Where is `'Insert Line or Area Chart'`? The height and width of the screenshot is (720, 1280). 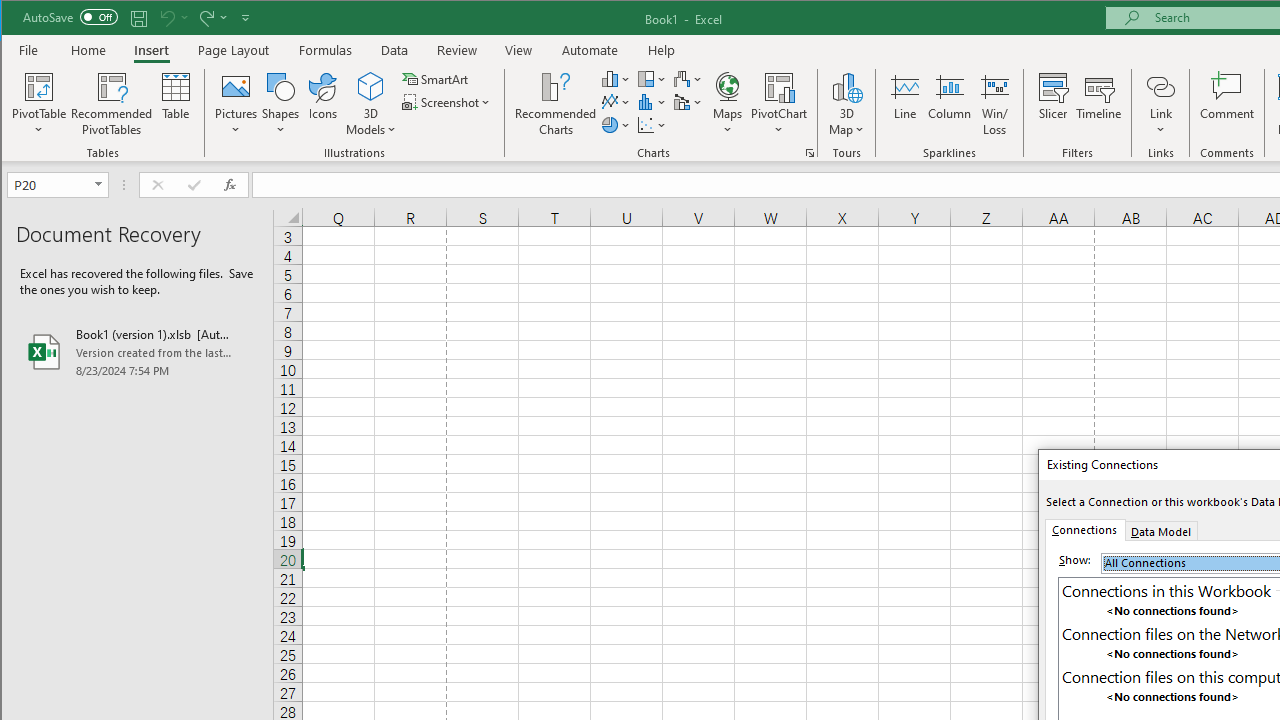
'Insert Line or Area Chart' is located at coordinates (615, 102).